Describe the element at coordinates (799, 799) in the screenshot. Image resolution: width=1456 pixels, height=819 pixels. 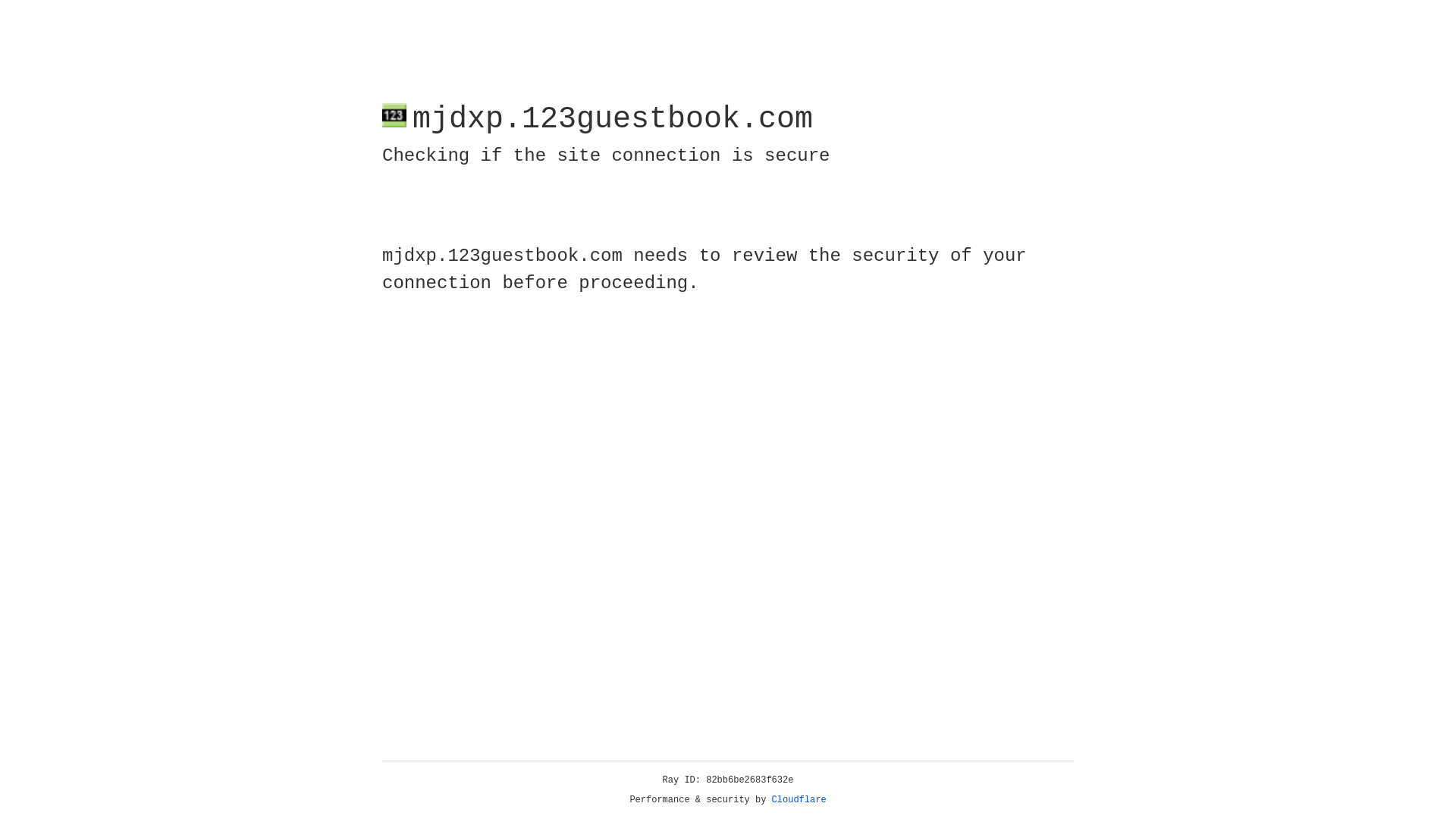
I see `'Cloudflare'` at that location.